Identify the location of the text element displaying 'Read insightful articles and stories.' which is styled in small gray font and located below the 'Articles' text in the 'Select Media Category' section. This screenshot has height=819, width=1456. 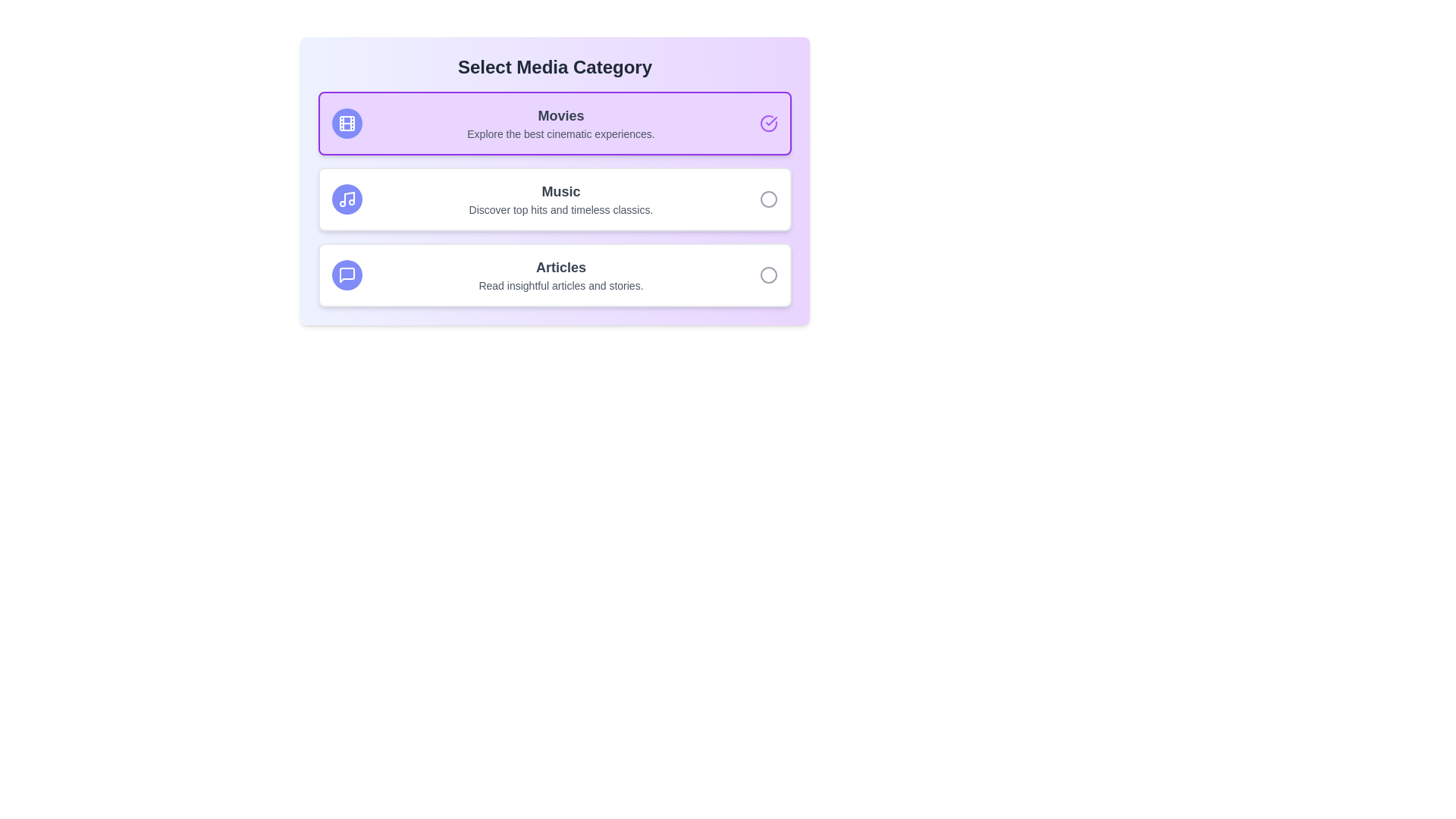
(560, 286).